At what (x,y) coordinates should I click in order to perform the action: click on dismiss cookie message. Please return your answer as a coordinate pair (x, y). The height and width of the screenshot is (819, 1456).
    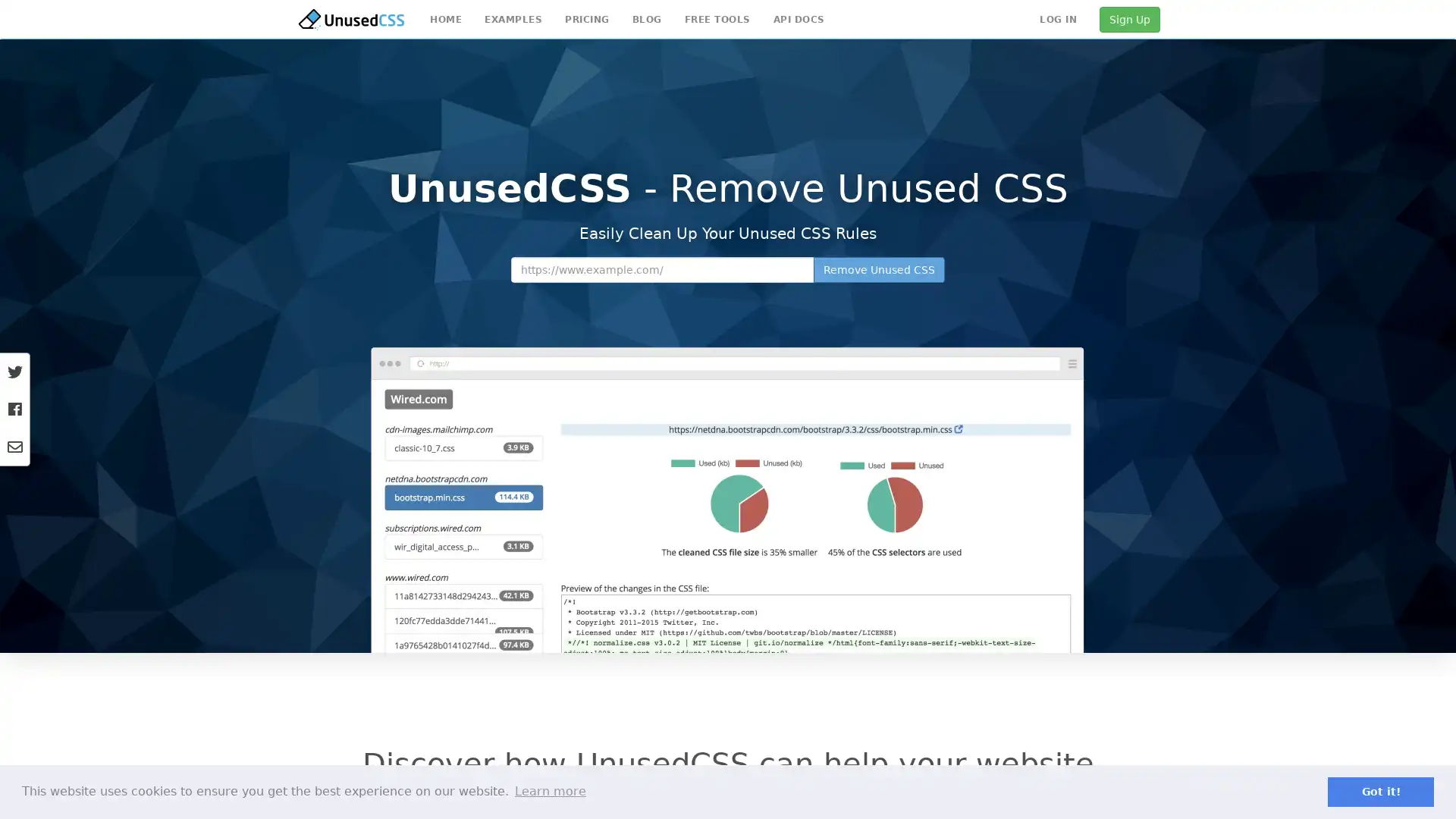
    Looking at the image, I should click on (1380, 791).